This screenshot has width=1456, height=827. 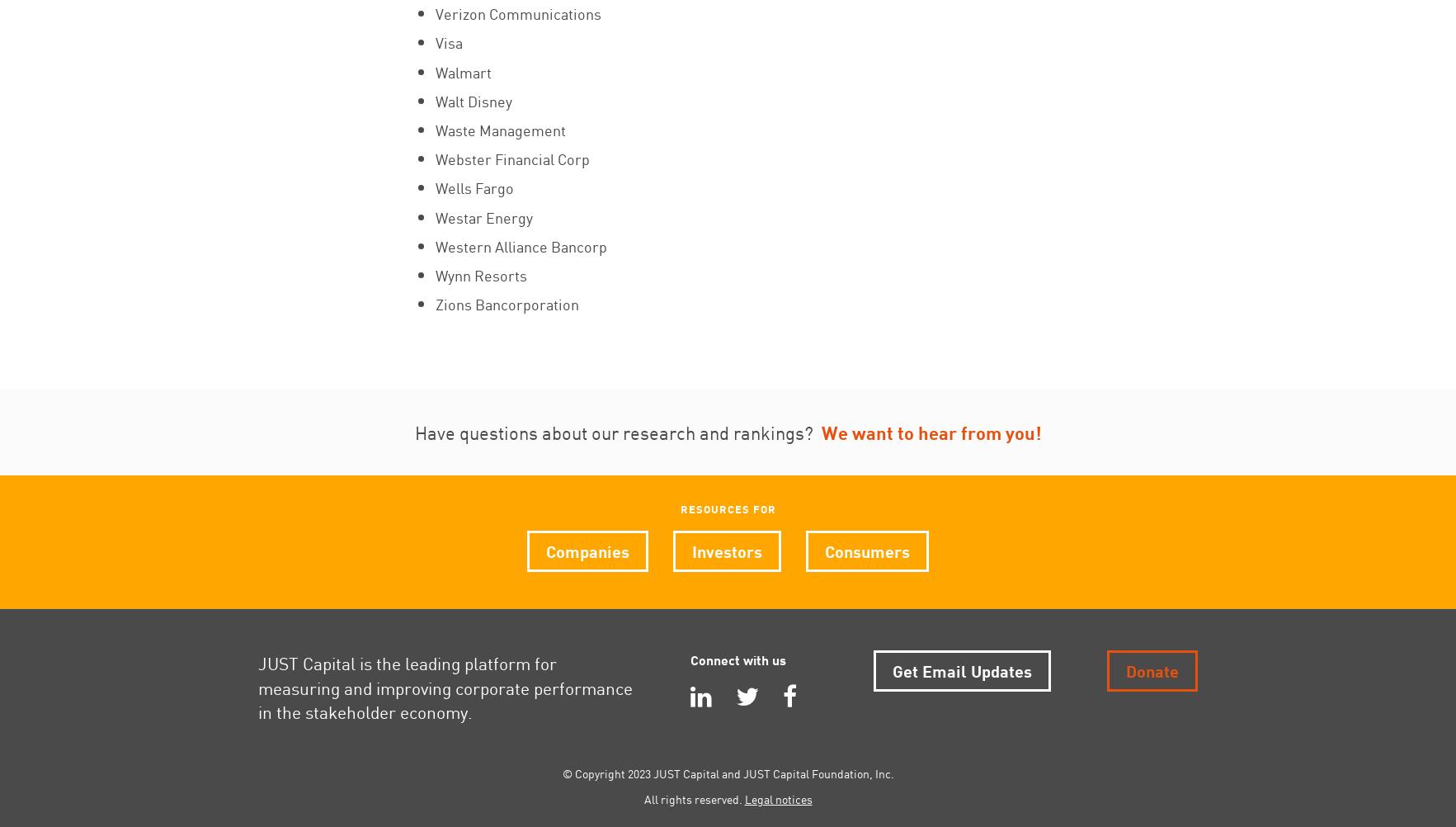 I want to click on 'Zions Bancorporation', so click(x=506, y=304).